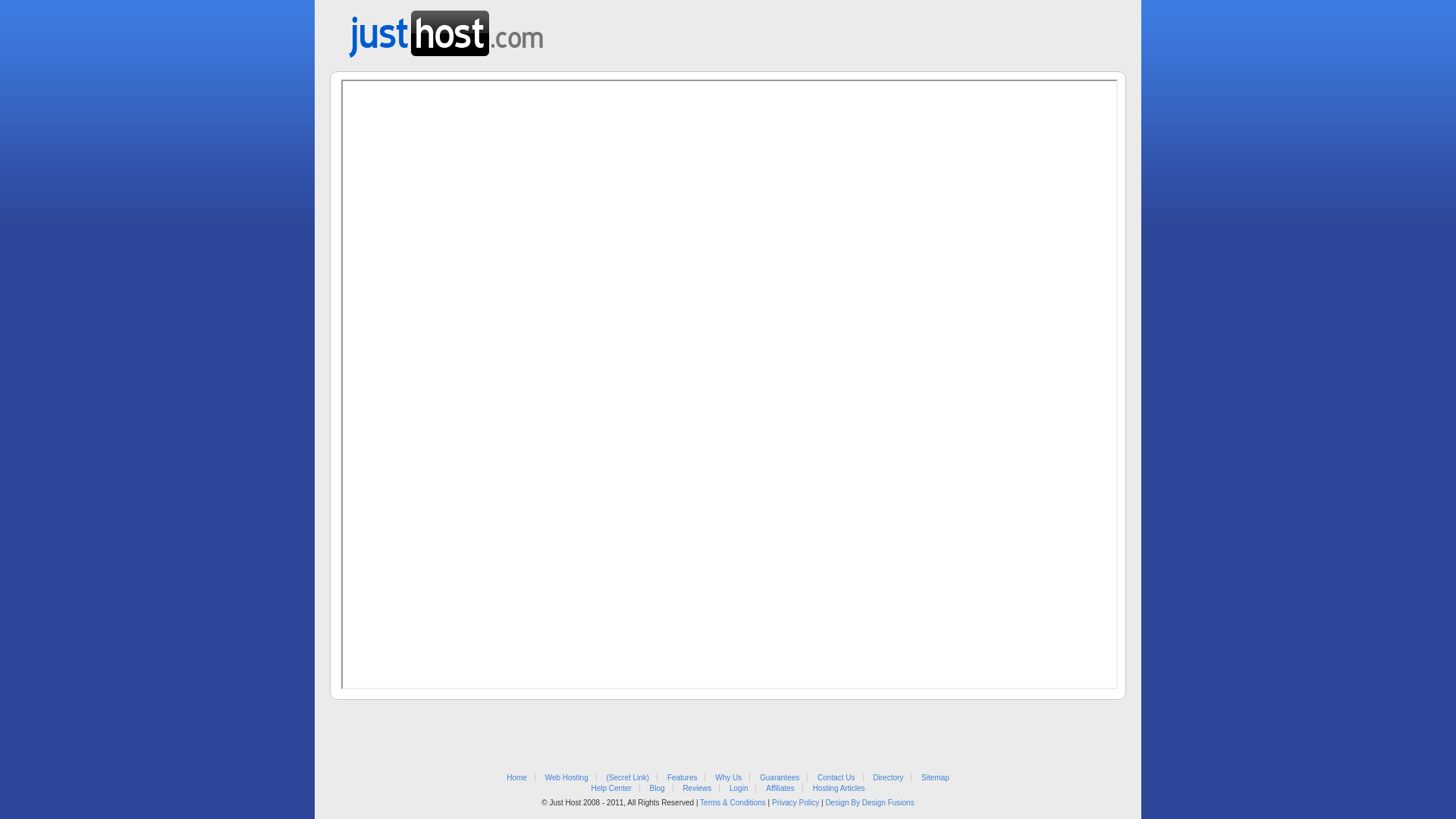 The height and width of the screenshot is (819, 1456). I want to click on '(Secret Link)', so click(607, 777).